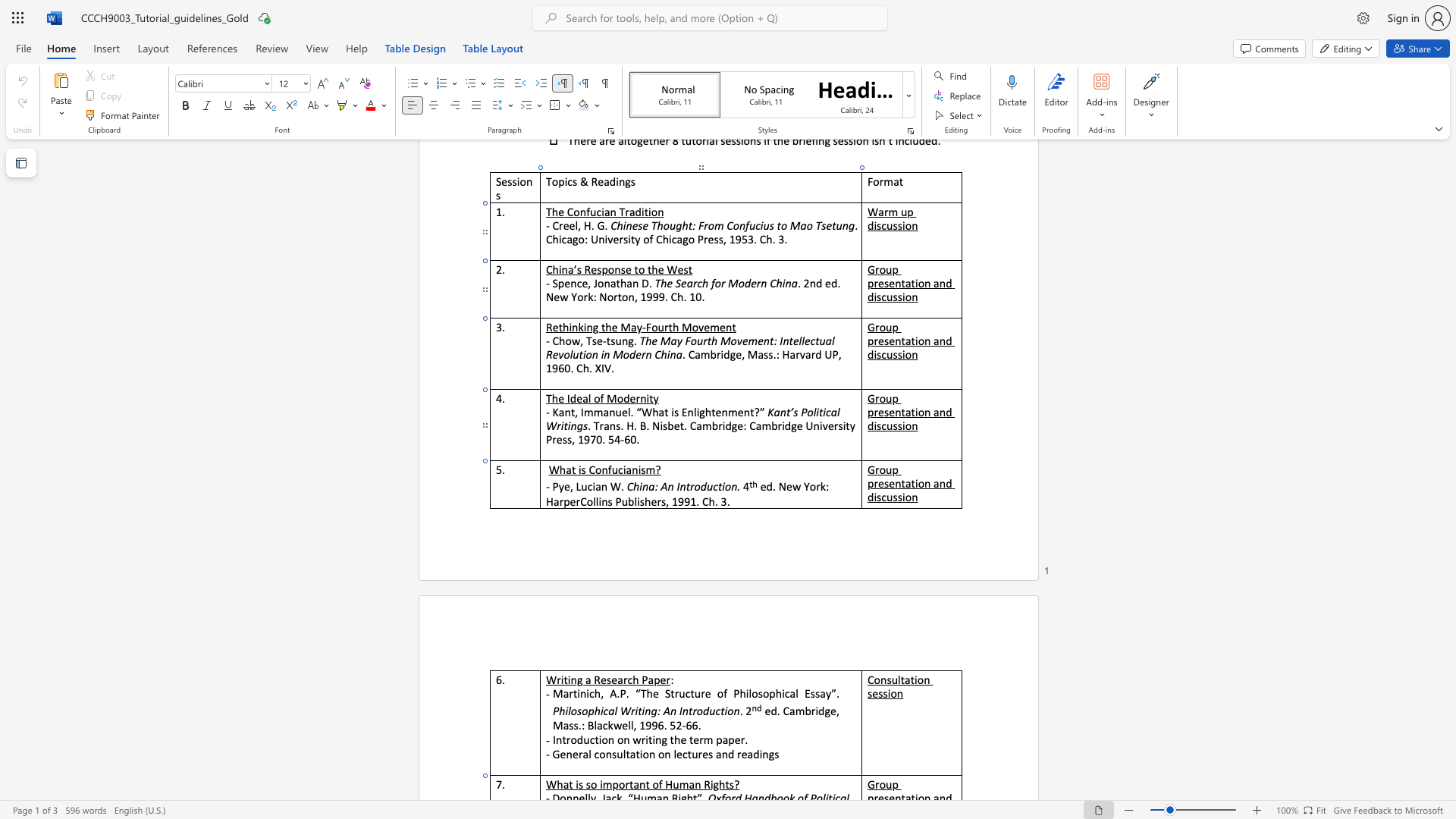 This screenshot has width=1456, height=819. Describe the element at coordinates (632, 469) in the screenshot. I see `the space between the continuous character "a" and "n" in the text` at that location.